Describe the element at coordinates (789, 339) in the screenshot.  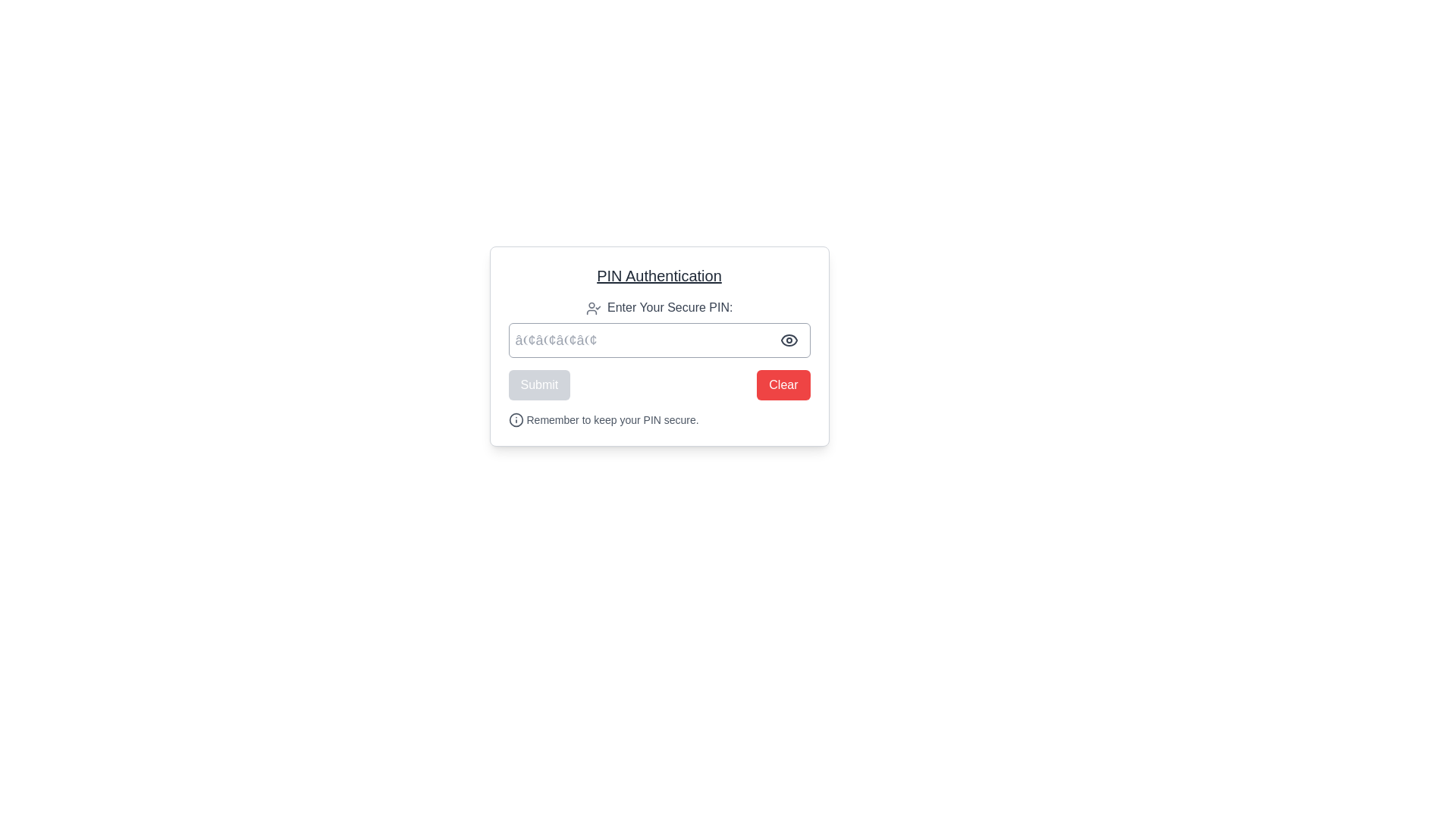
I see `the eye icon button` at that location.